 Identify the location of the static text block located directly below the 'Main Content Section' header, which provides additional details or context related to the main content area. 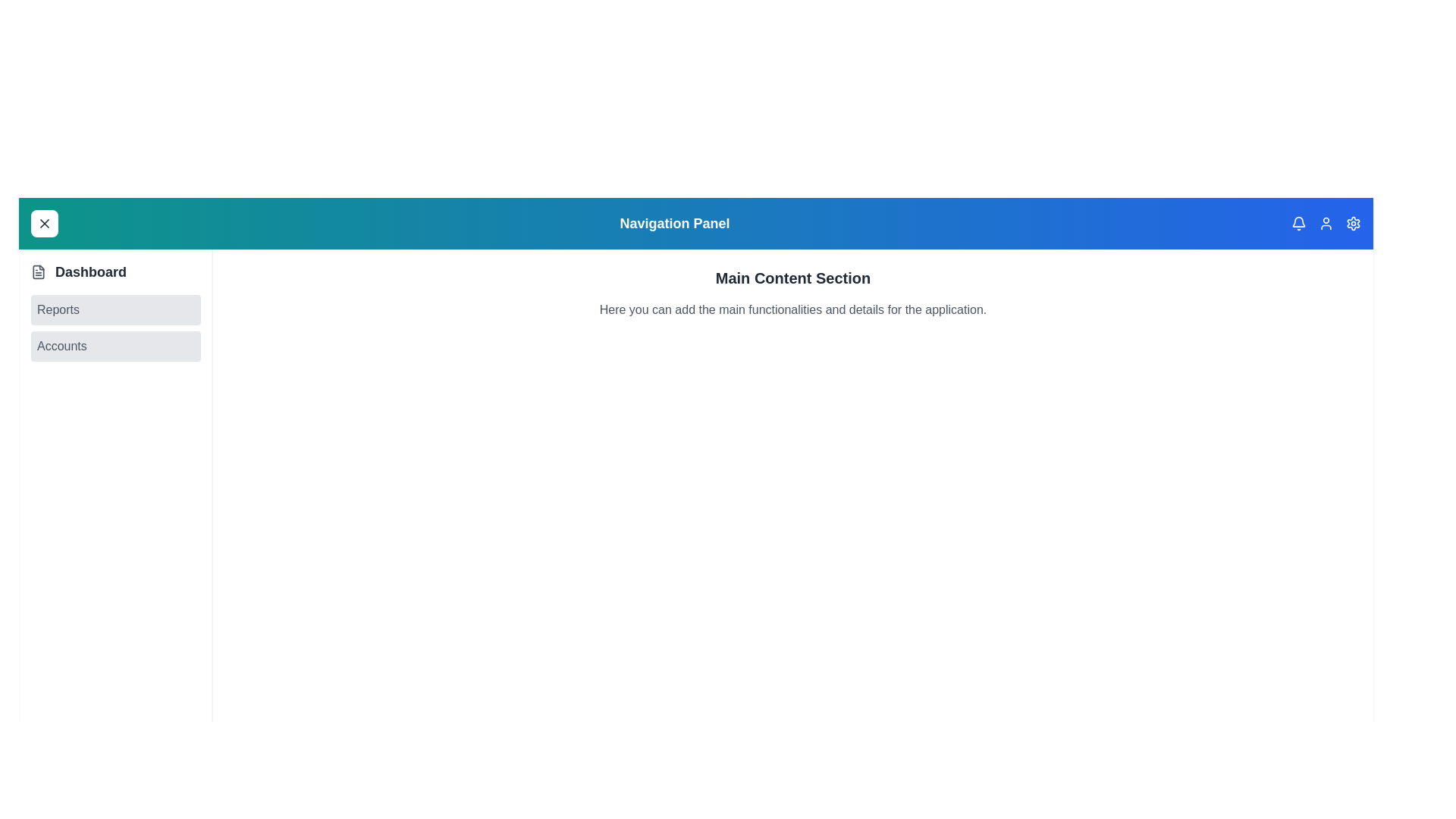
(792, 309).